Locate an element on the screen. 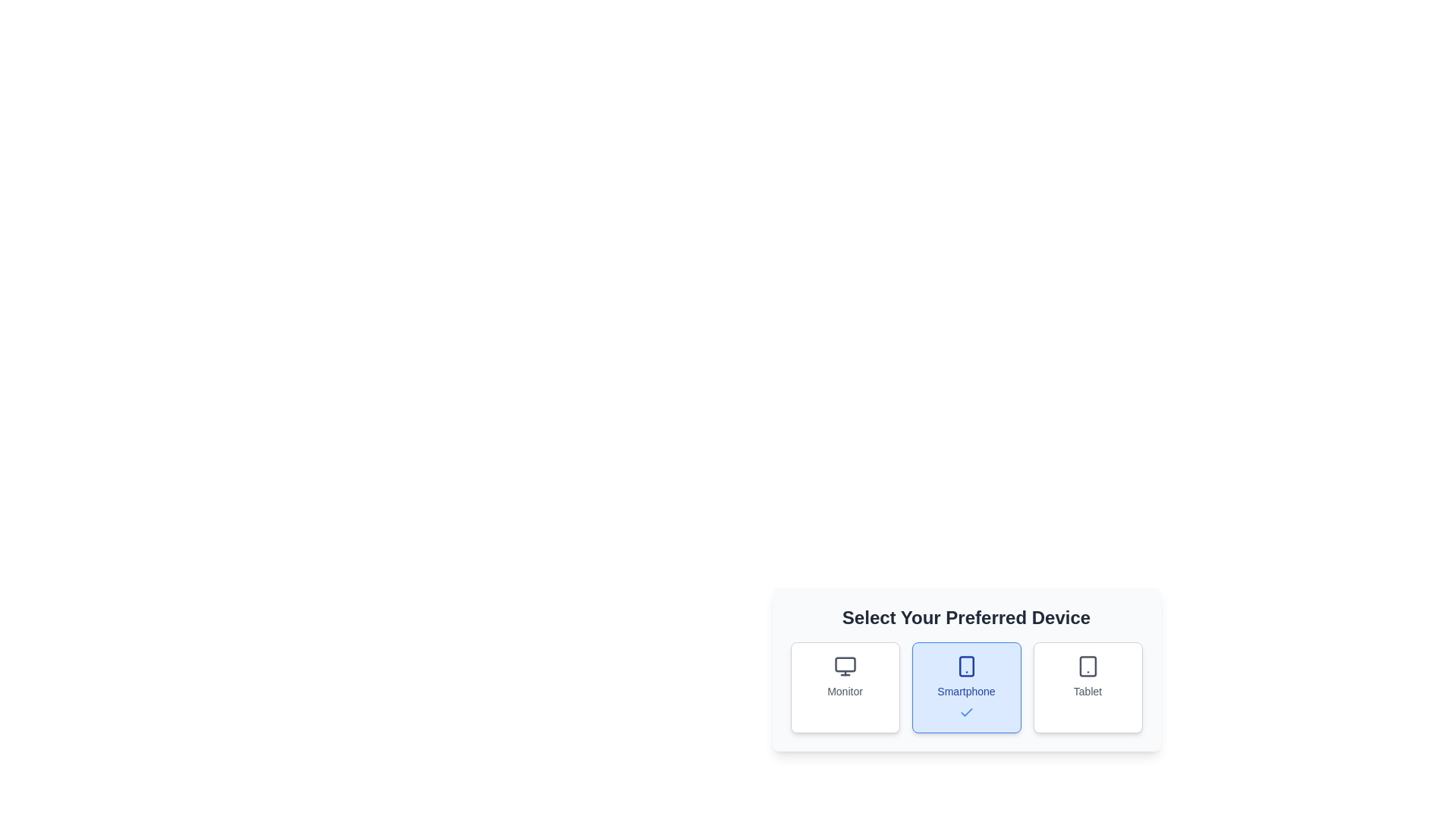  the smartphone icon in the device preference interface is located at coordinates (965, 666).